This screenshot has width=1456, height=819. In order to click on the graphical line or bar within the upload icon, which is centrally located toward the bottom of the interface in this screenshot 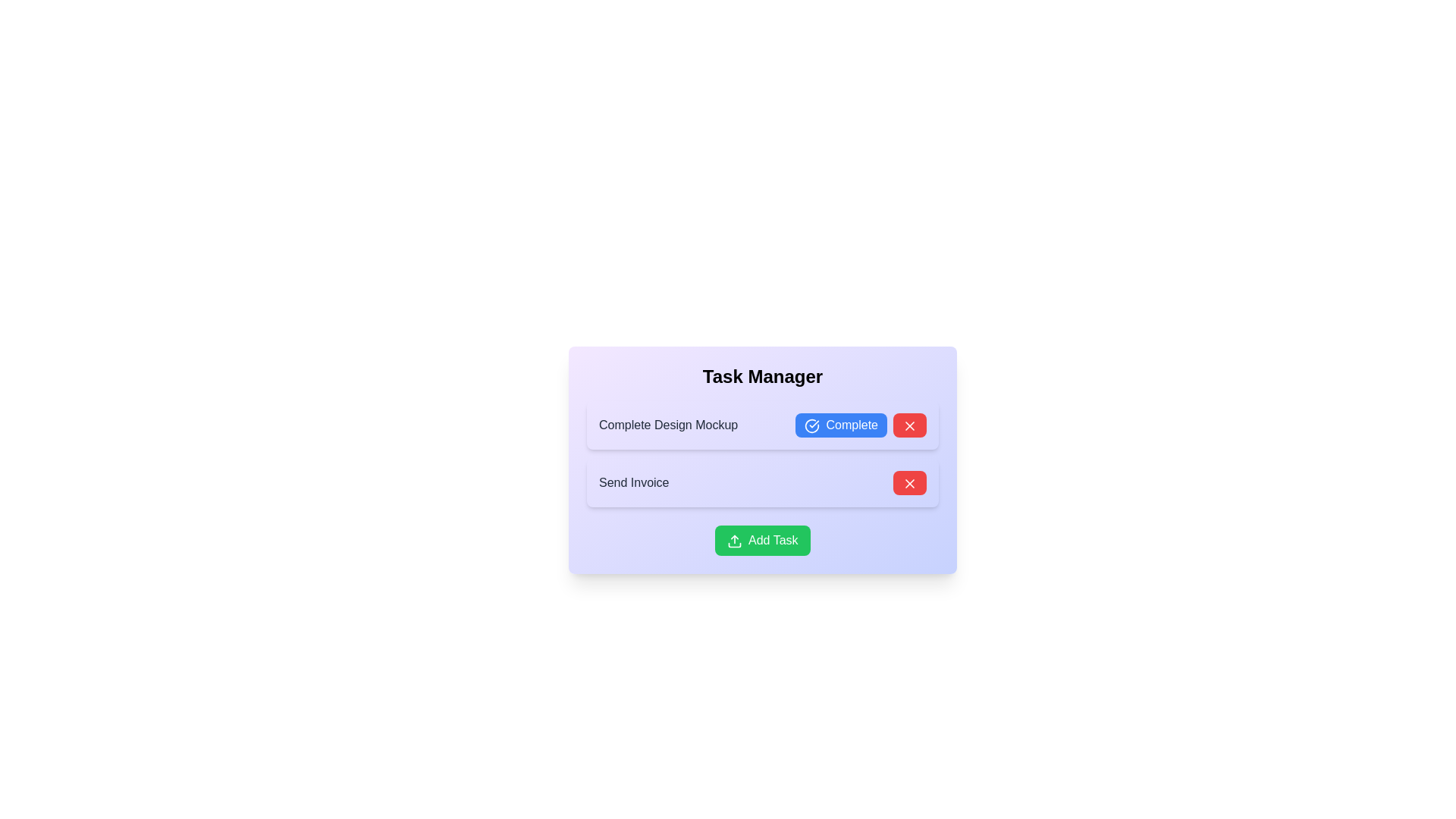, I will do `click(735, 544)`.